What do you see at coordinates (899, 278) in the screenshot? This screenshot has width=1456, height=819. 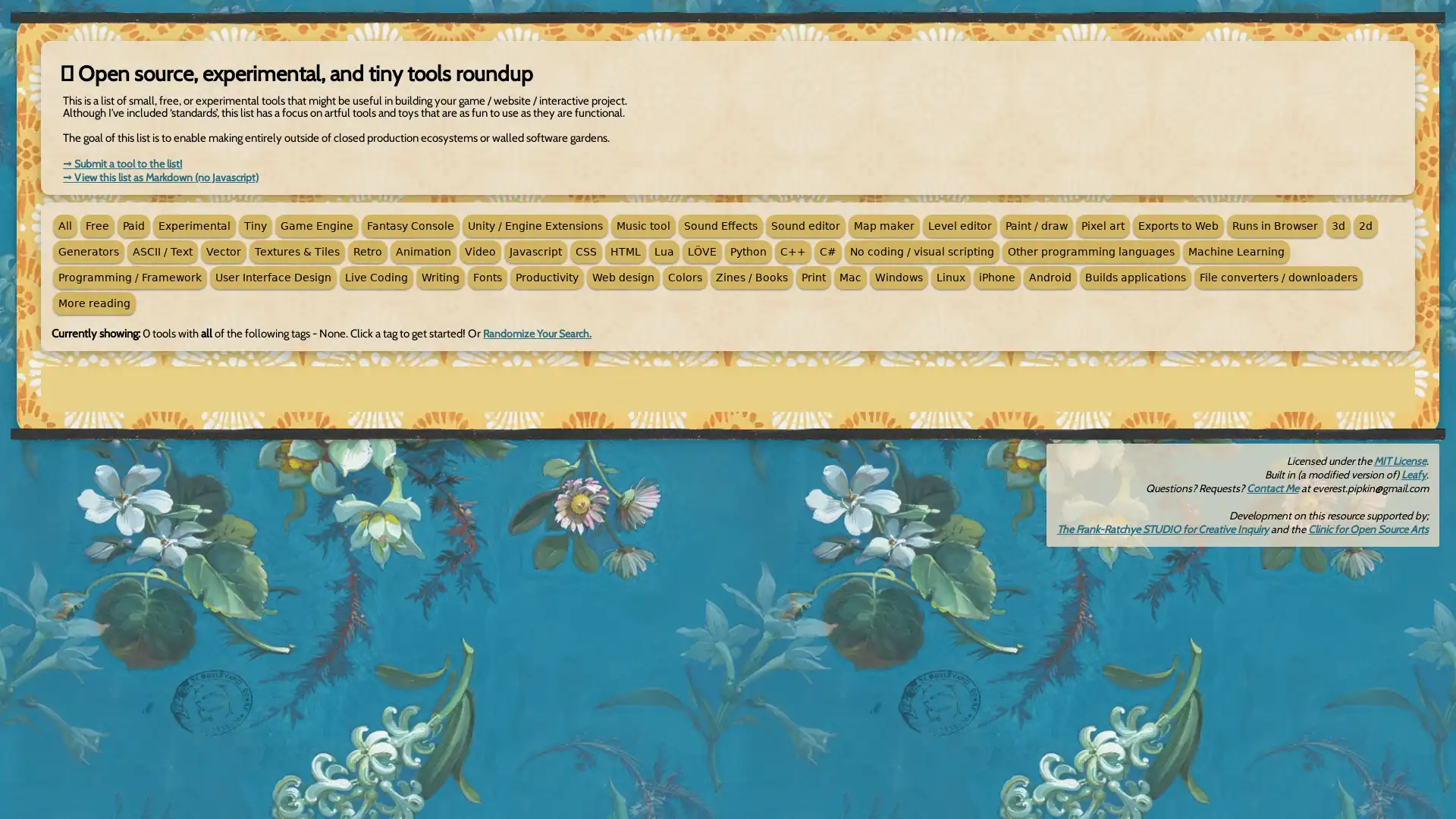 I see `Windows` at bounding box center [899, 278].